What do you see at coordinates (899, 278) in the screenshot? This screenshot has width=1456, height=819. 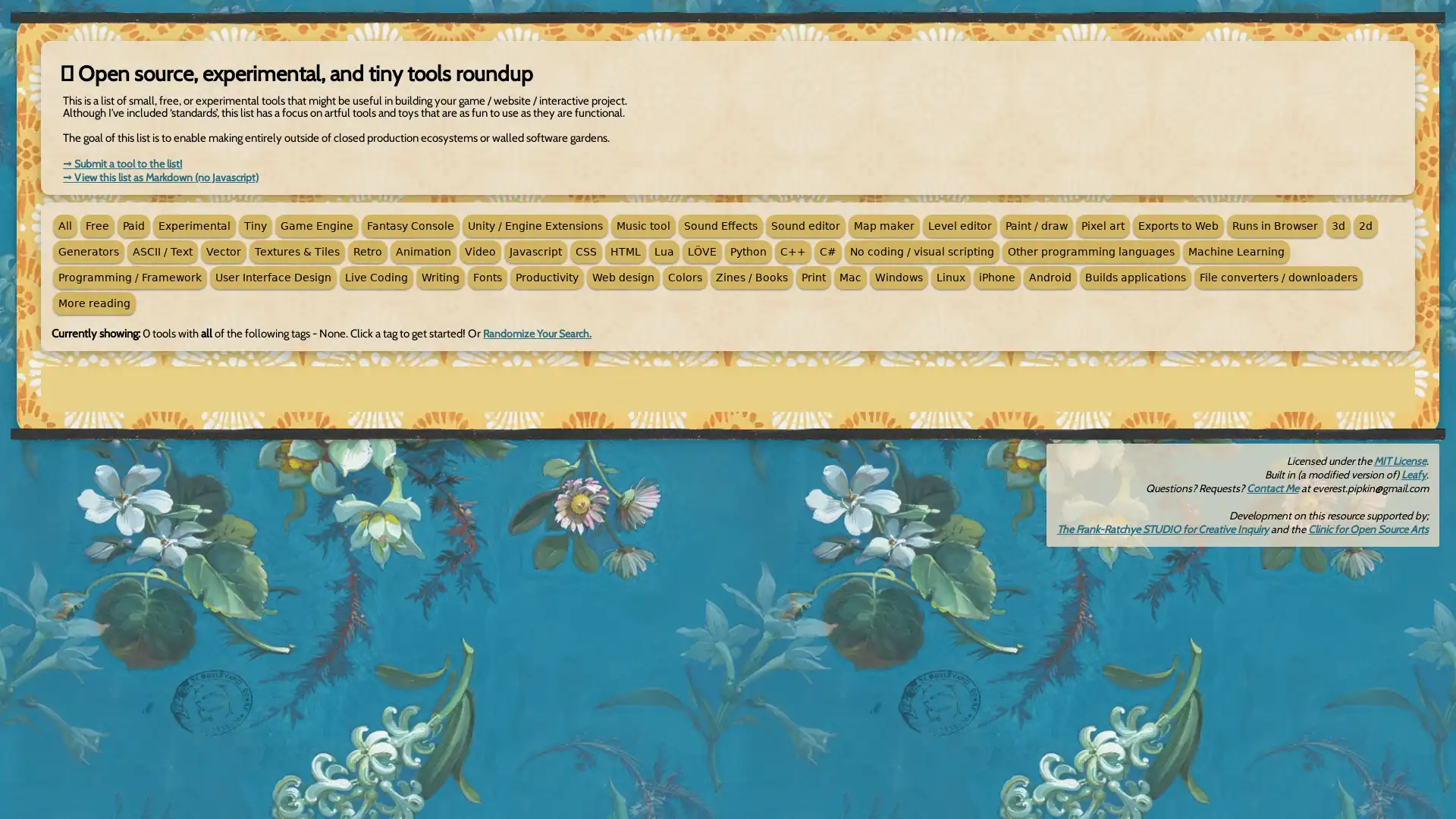 I see `Windows` at bounding box center [899, 278].